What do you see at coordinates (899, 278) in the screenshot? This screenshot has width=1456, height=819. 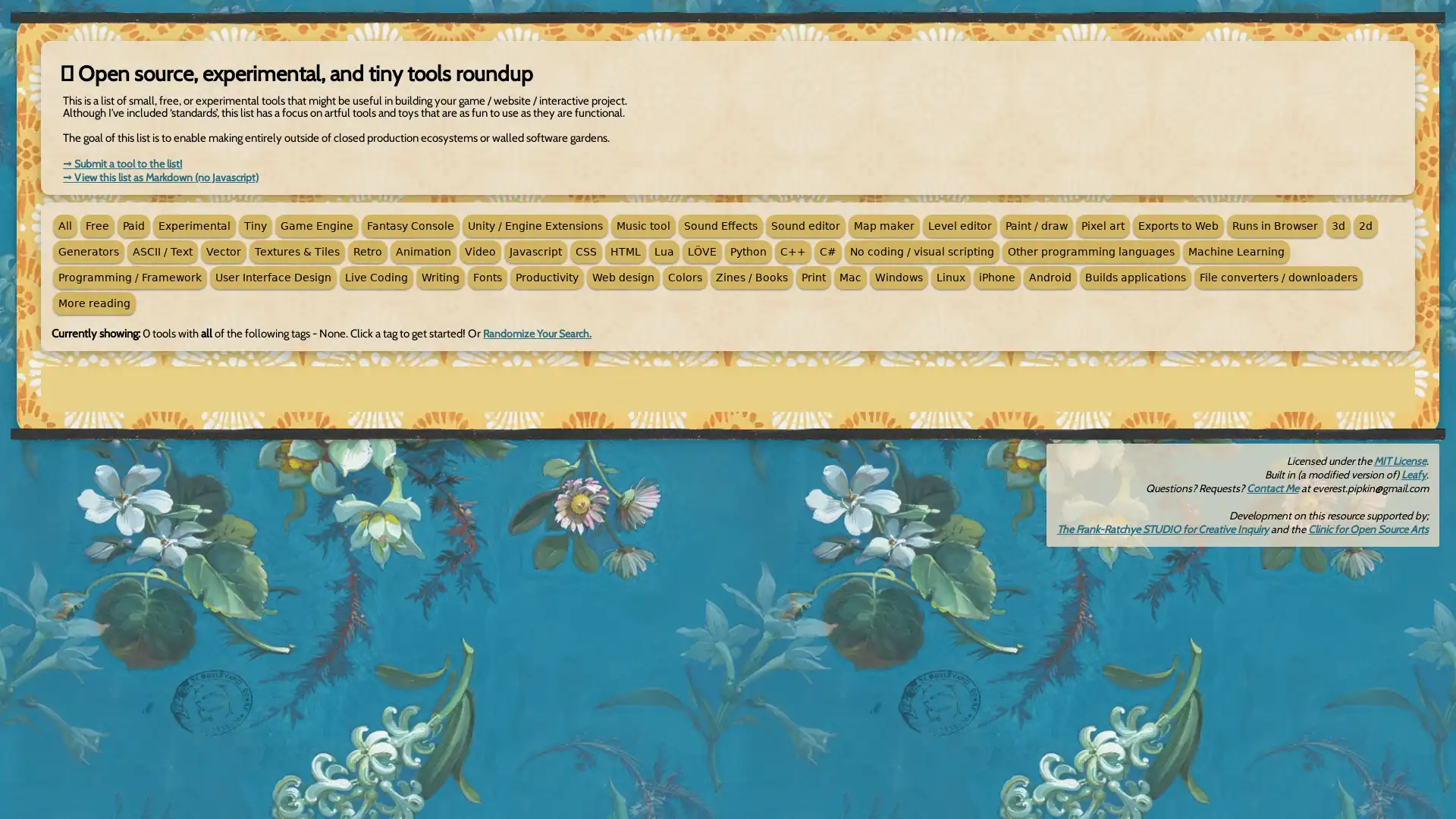 I see `Windows` at bounding box center [899, 278].